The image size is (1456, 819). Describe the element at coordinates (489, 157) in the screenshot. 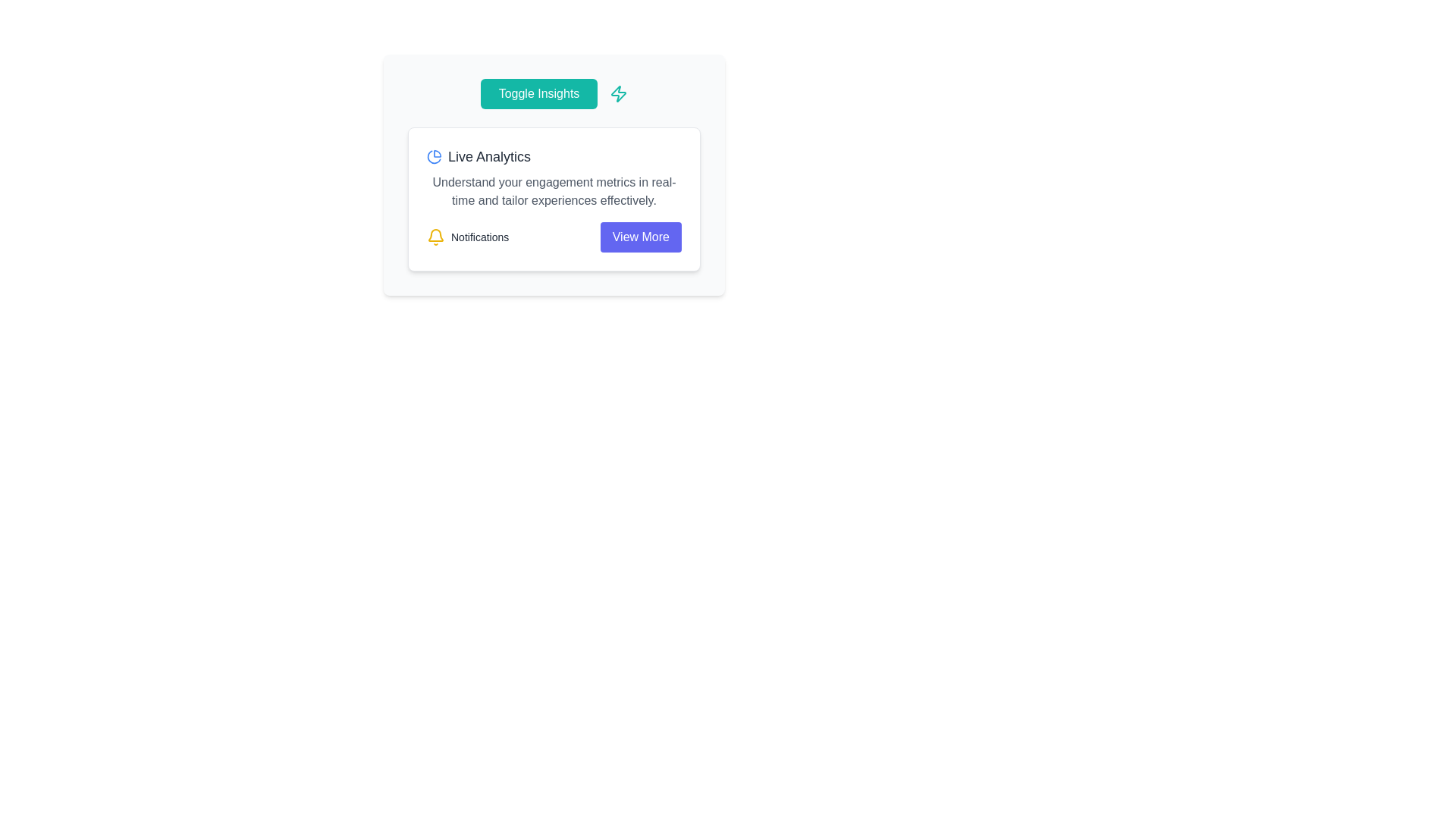

I see `the text label styled with a medium font size and dark gray color, located just below the 'Toggle Insights' button in the upper section of the card` at that location.